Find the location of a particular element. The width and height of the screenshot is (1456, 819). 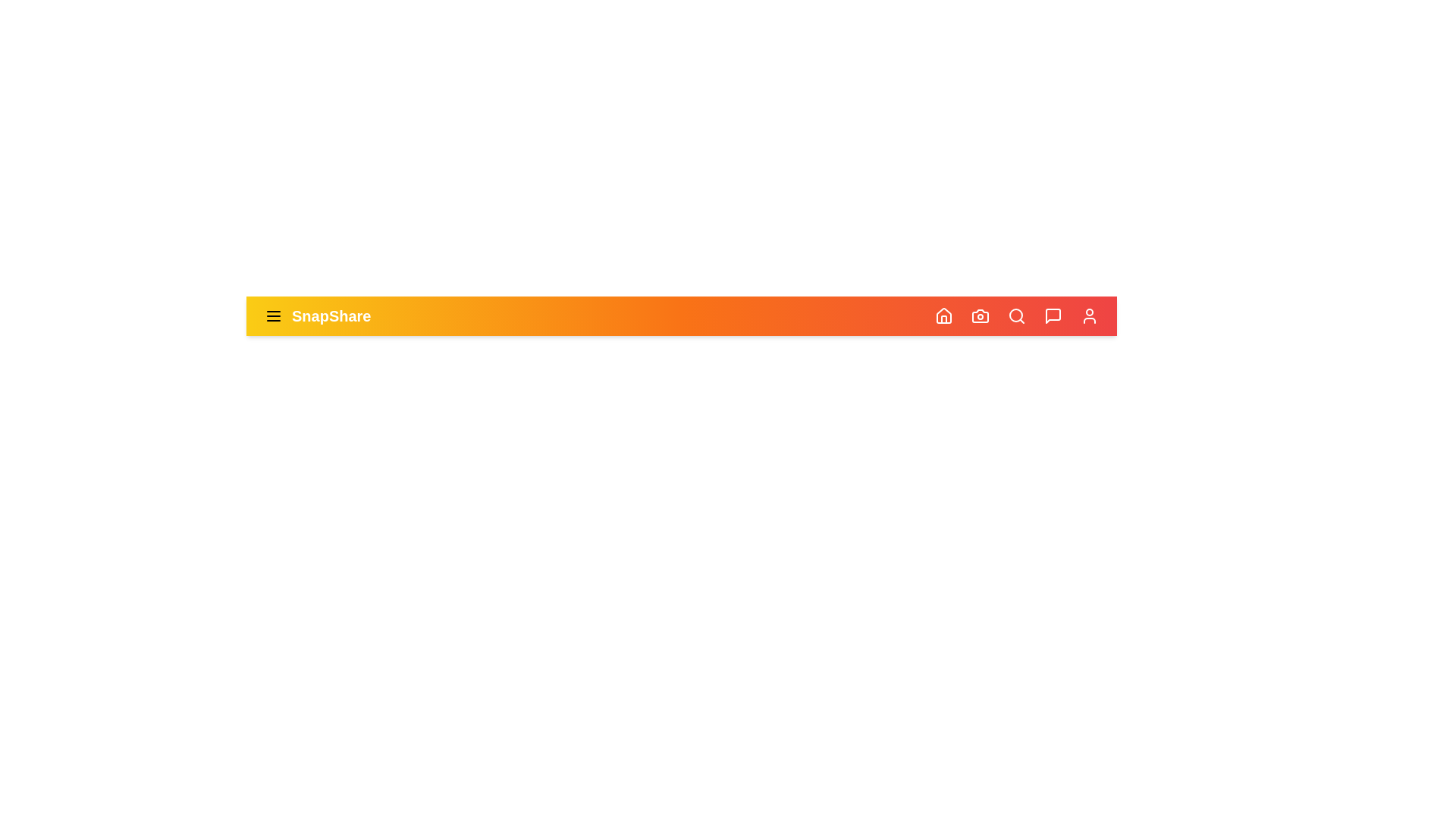

the menu icon to open the navigation drawer is located at coordinates (273, 315).